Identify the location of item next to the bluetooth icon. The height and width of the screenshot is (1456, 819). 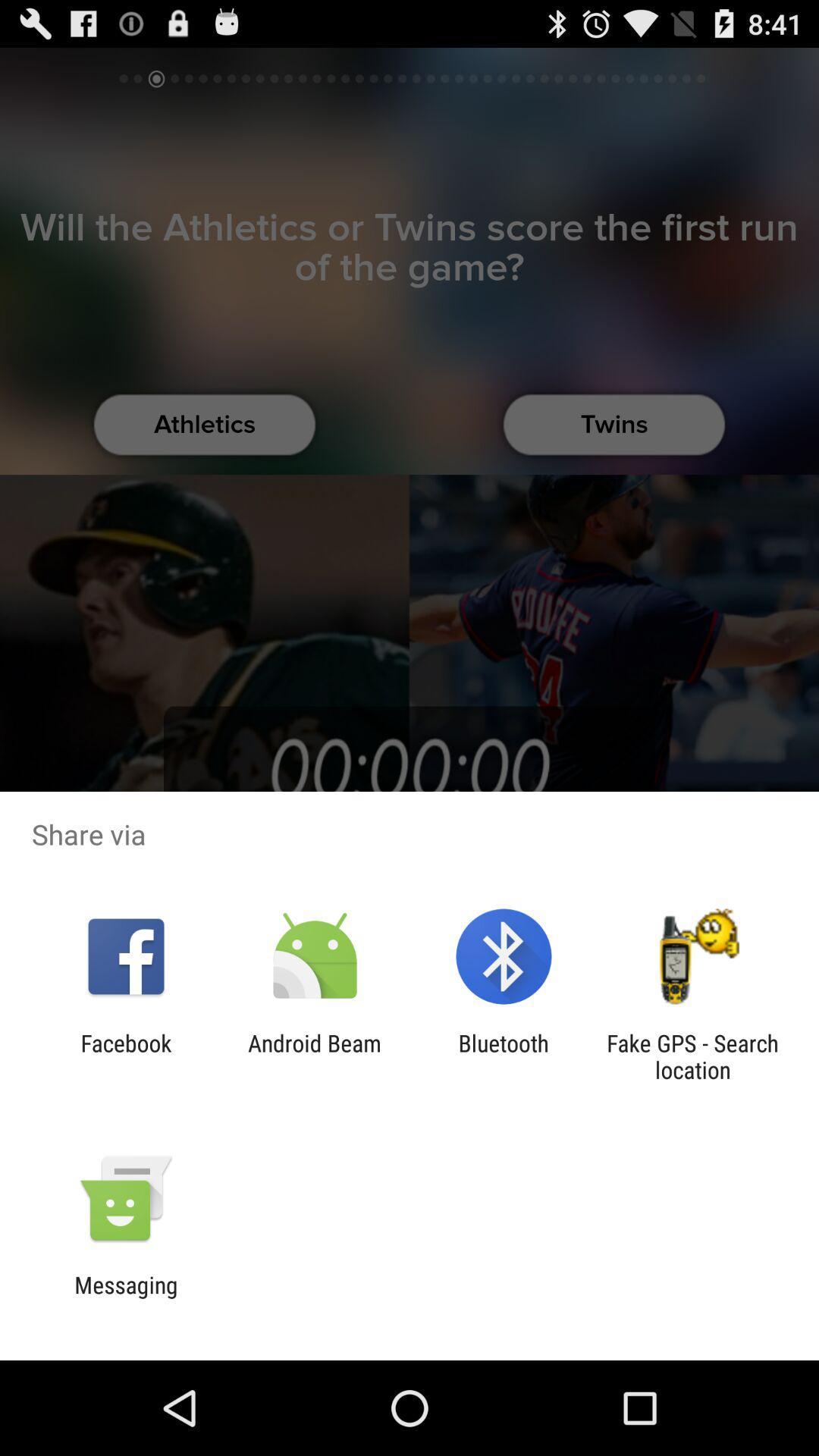
(314, 1056).